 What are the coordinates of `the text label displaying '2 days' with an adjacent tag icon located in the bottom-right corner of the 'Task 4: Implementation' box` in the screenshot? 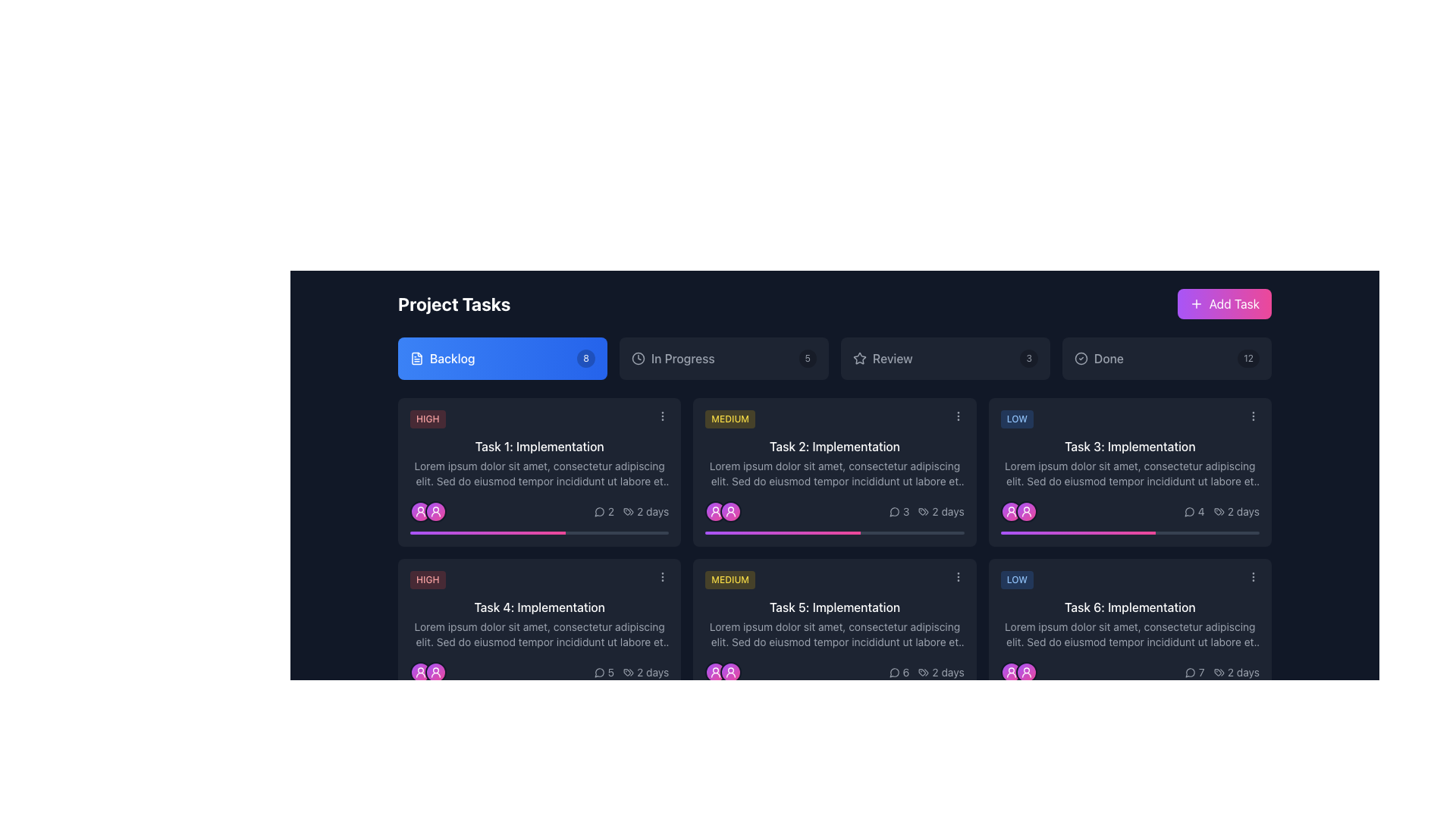 It's located at (646, 672).